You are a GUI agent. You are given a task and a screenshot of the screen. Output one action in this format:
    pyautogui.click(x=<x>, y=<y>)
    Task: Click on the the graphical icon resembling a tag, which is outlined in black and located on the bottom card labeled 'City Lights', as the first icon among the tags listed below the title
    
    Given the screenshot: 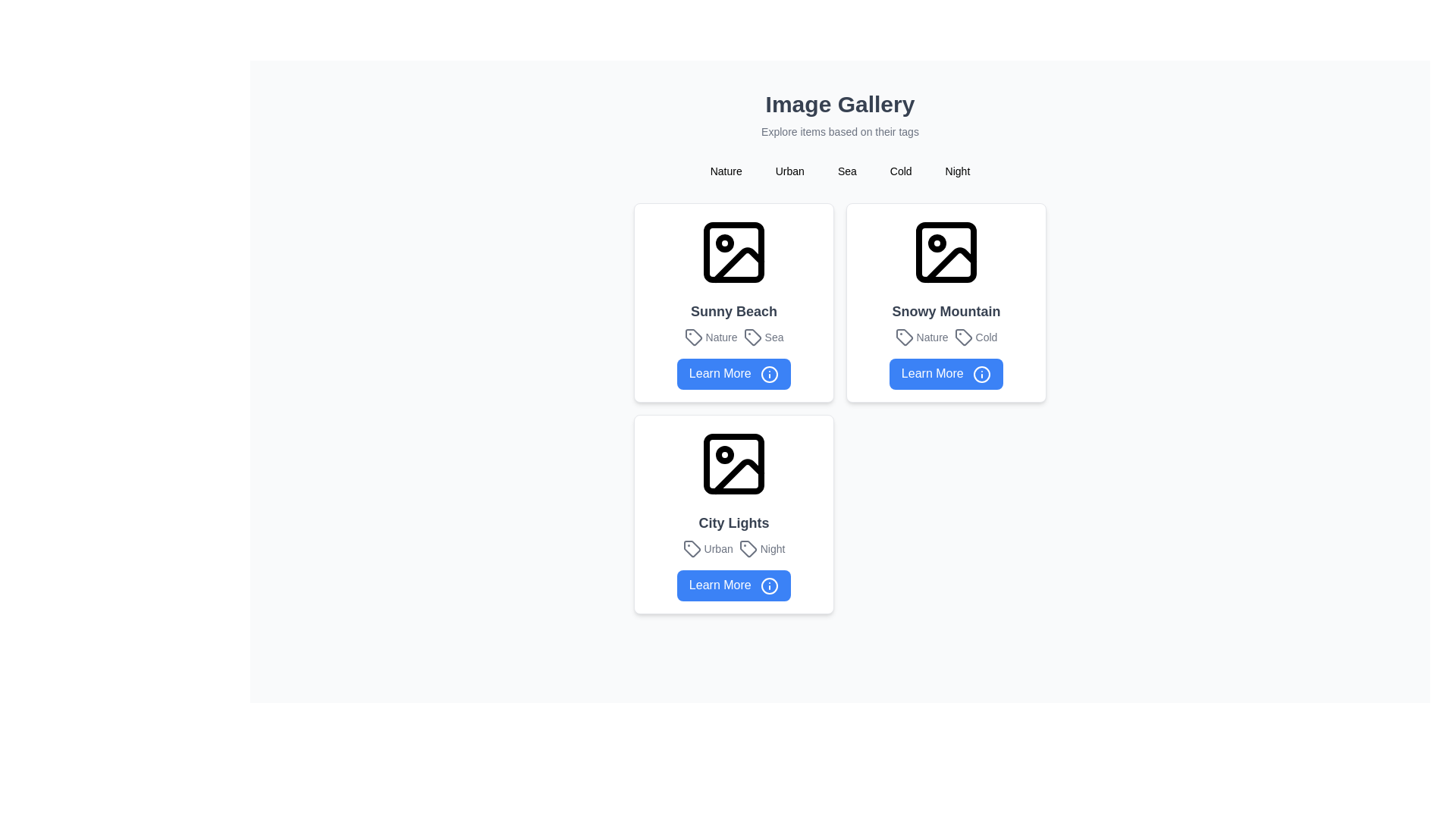 What is the action you would take?
    pyautogui.click(x=748, y=548)
    